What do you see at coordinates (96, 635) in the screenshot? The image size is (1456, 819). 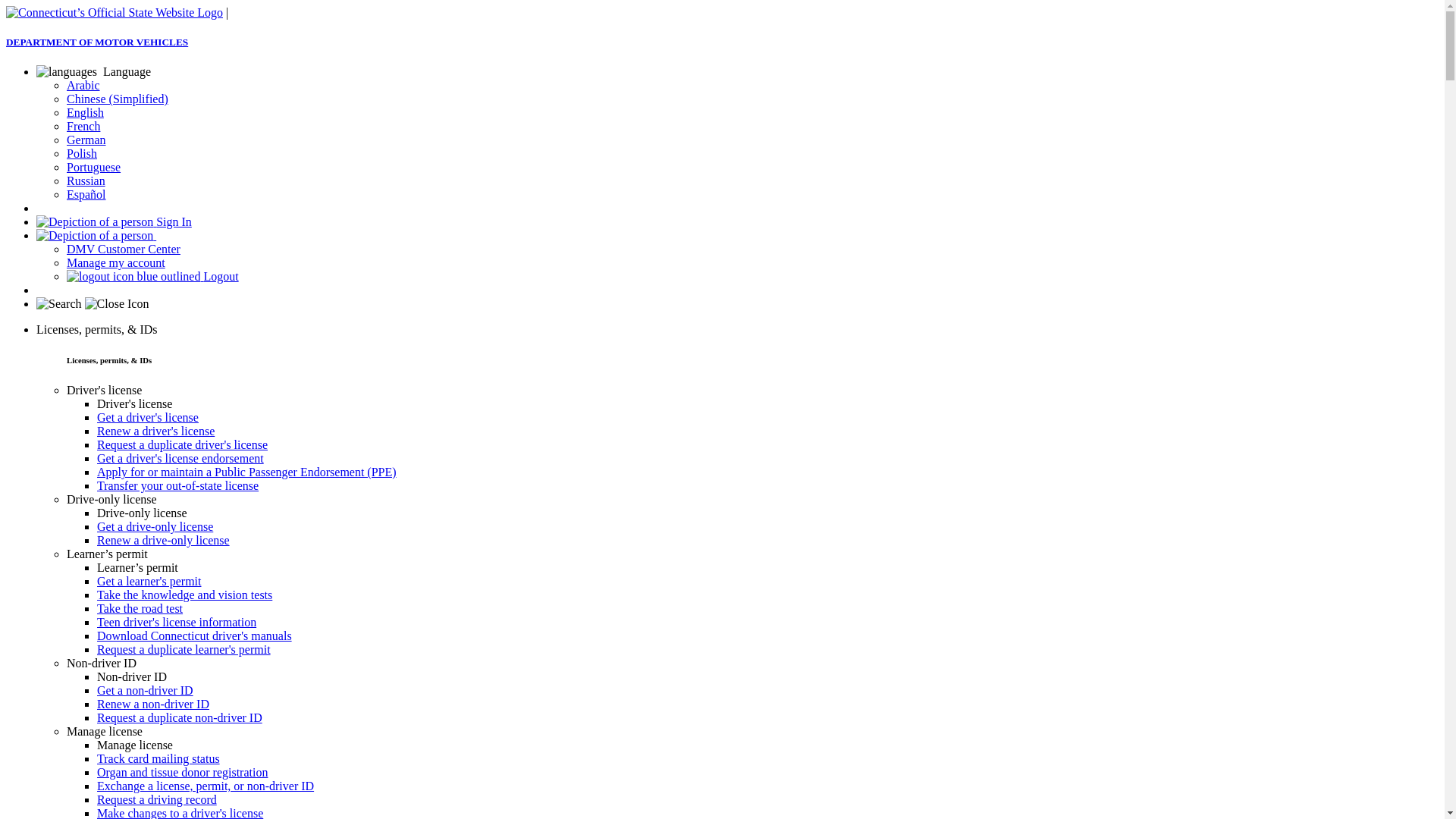 I see `'Download Connecticut driver's manuals'` at bounding box center [96, 635].